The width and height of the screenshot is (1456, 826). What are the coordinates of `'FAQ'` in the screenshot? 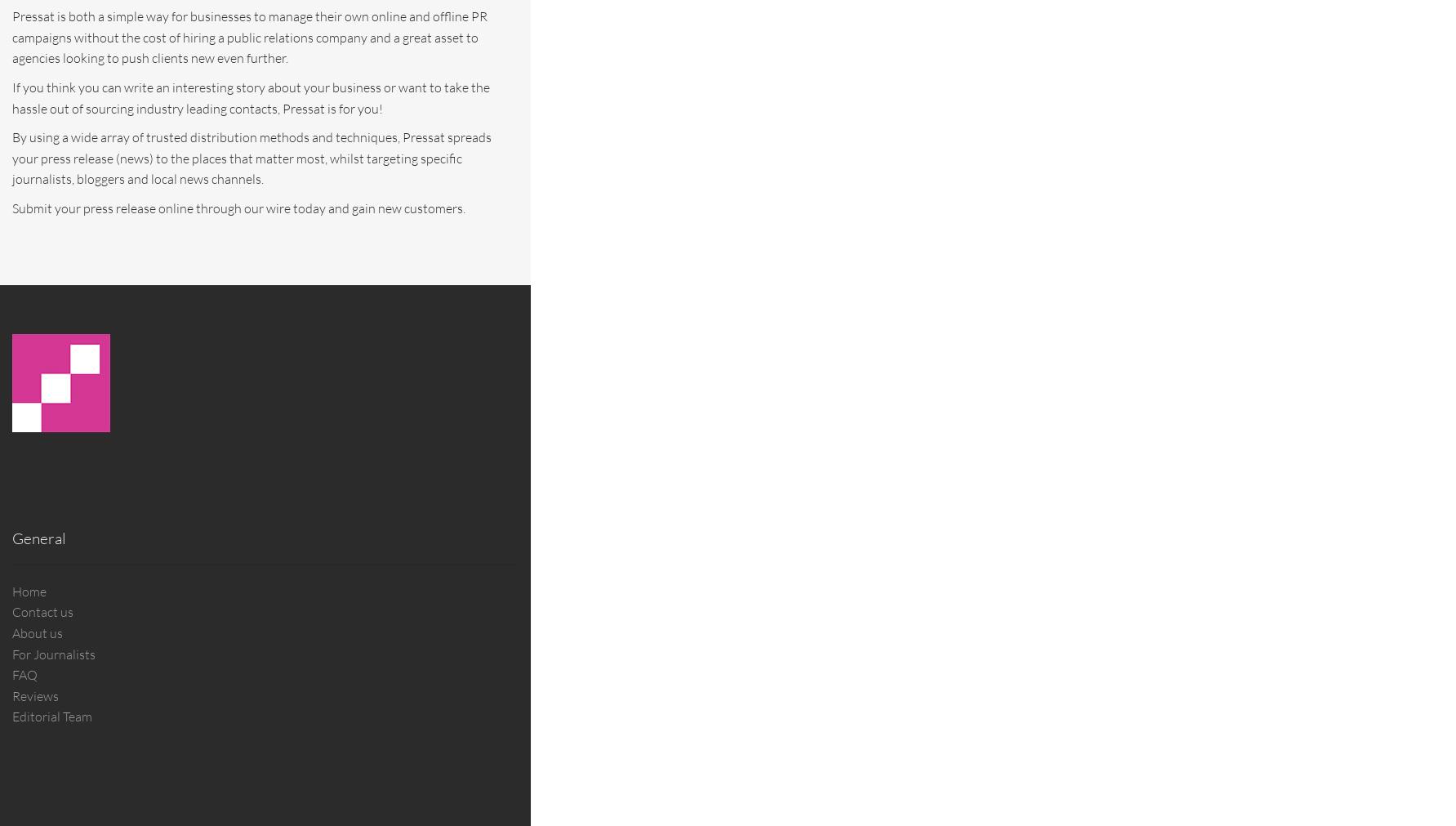 It's located at (24, 673).